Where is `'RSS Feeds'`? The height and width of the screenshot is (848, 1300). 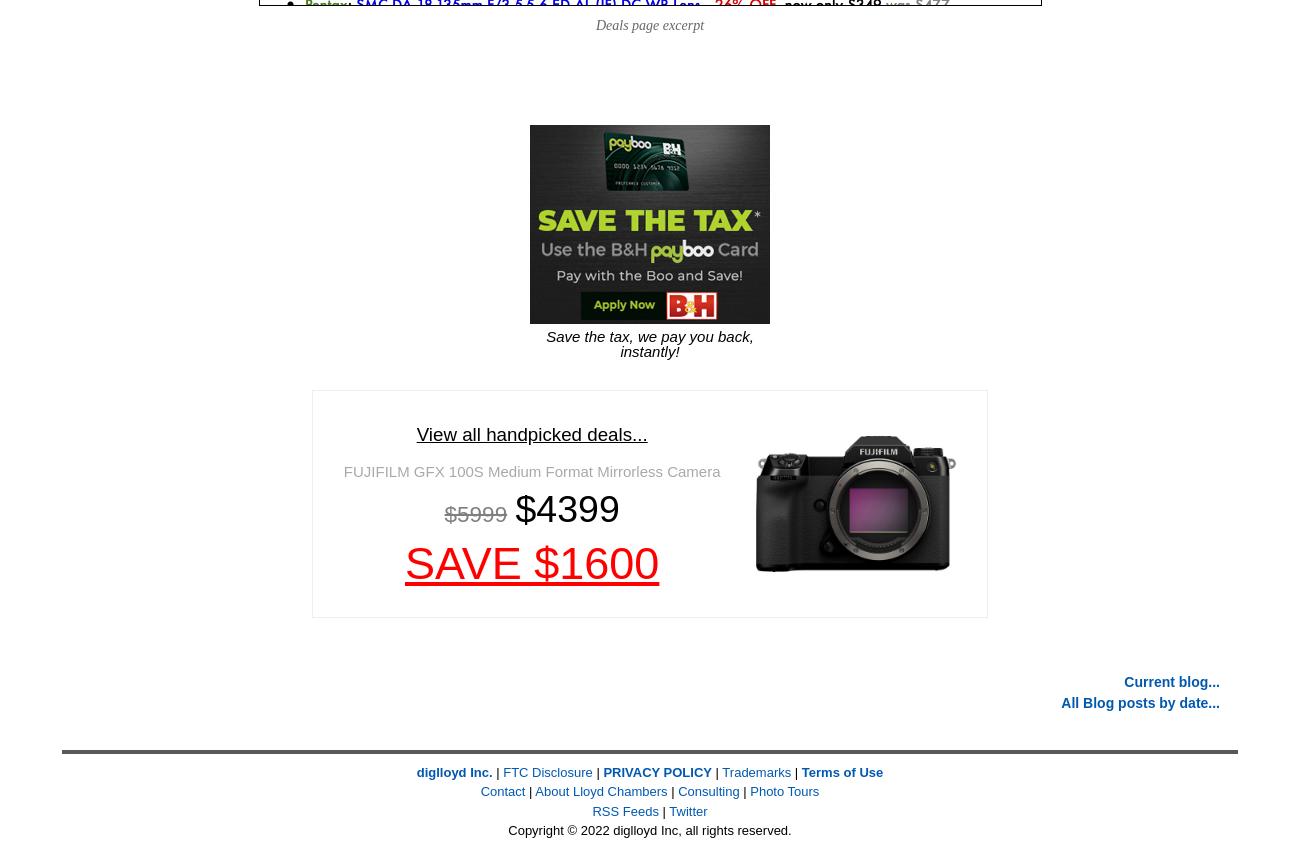 'RSS Feeds' is located at coordinates (625, 810).